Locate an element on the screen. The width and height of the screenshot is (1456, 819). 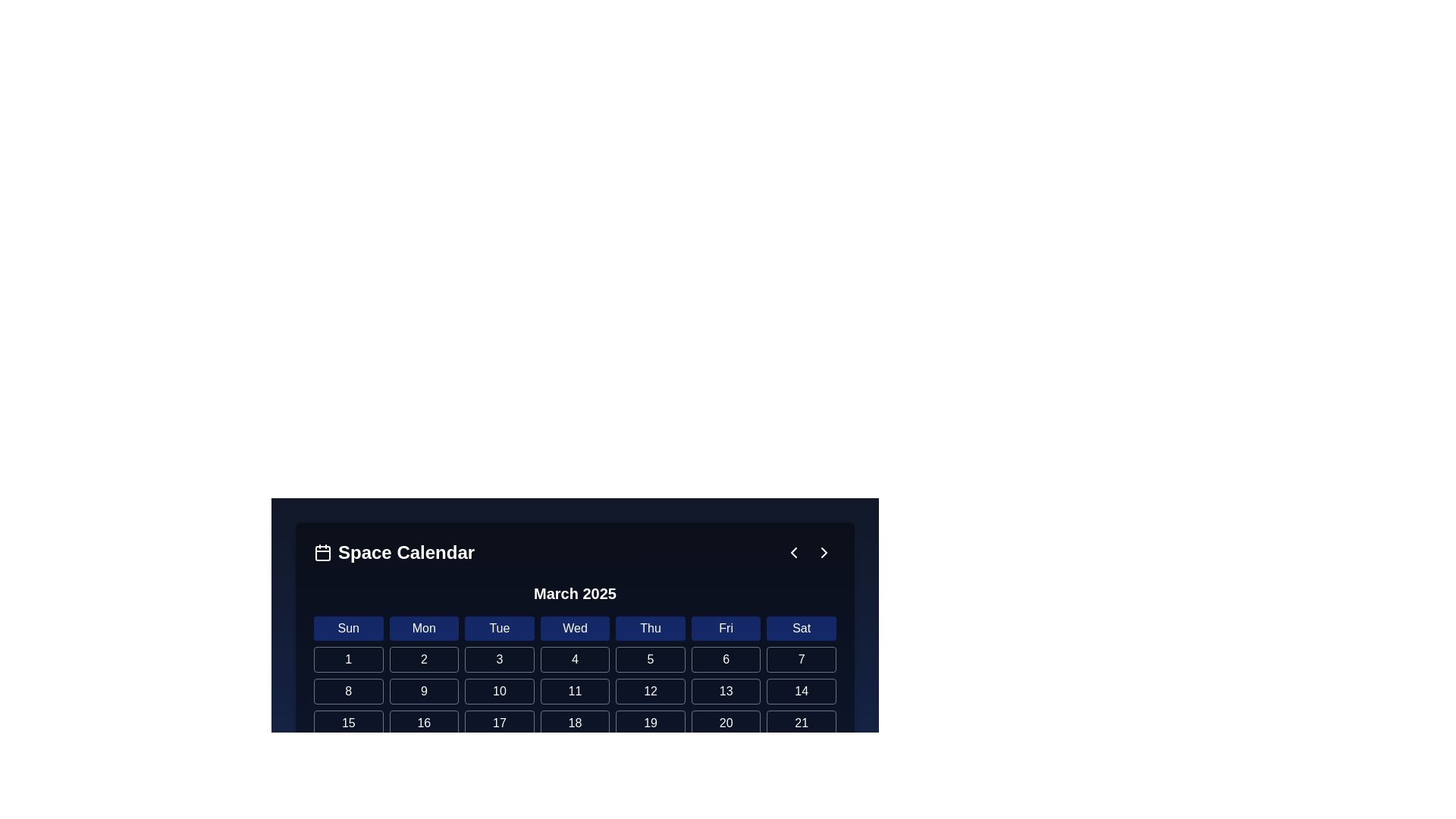
the Label displaying 'Thu', which is the fifth item in the first row of a blue-themed grid in the calendar interface is located at coordinates (651, 629).